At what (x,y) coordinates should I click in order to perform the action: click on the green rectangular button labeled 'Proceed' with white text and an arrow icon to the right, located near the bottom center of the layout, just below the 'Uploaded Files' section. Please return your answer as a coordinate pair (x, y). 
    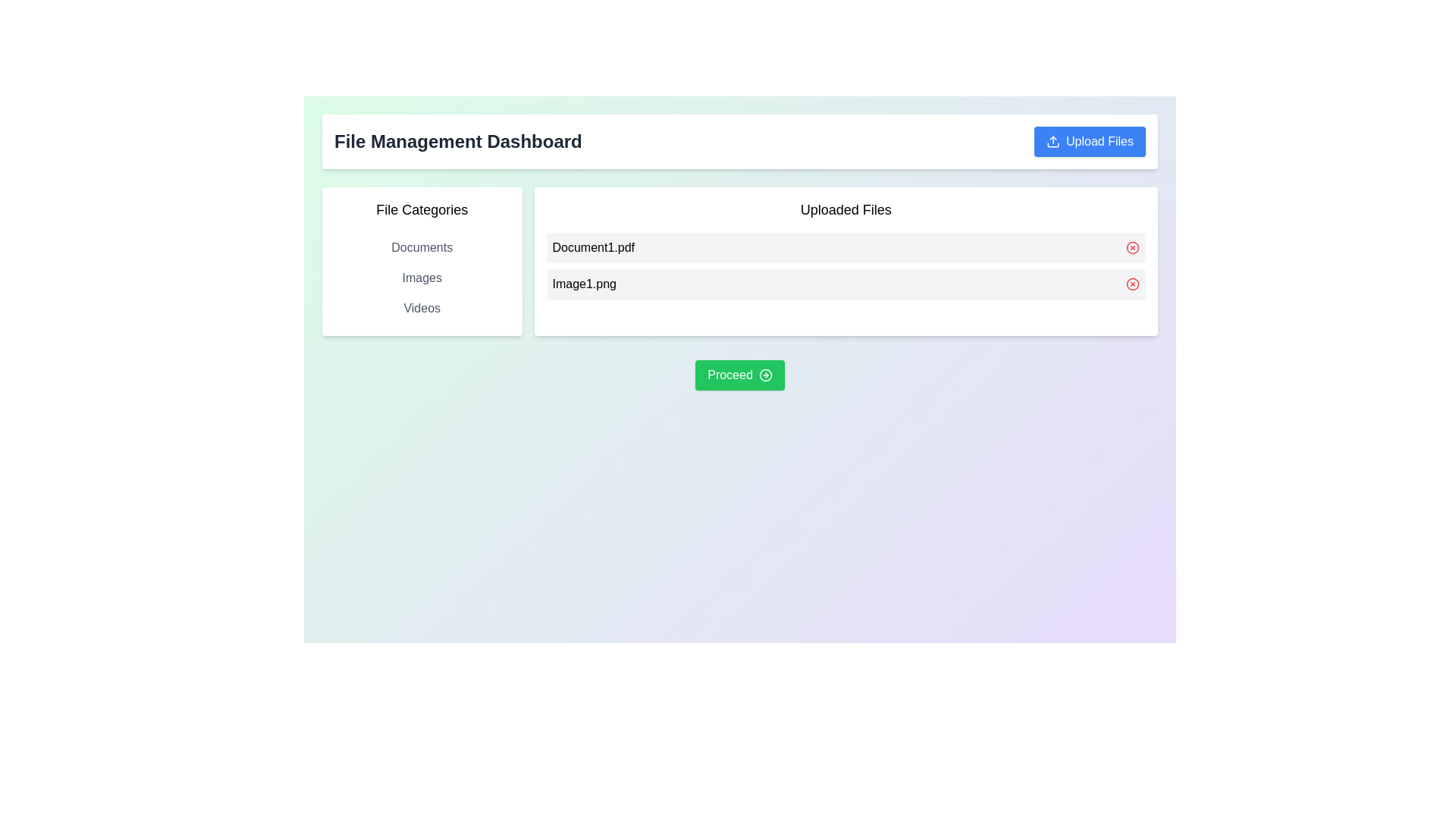
    Looking at the image, I should click on (739, 375).